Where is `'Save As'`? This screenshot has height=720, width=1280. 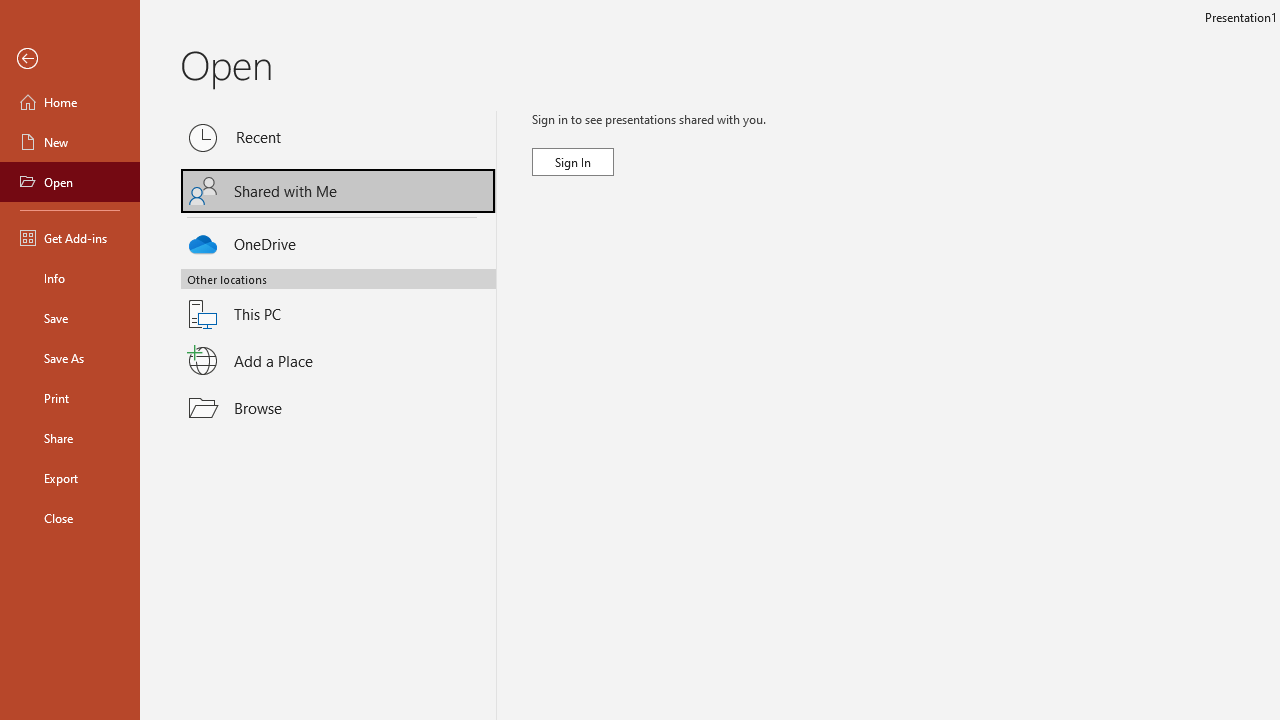
'Save As' is located at coordinates (69, 356).